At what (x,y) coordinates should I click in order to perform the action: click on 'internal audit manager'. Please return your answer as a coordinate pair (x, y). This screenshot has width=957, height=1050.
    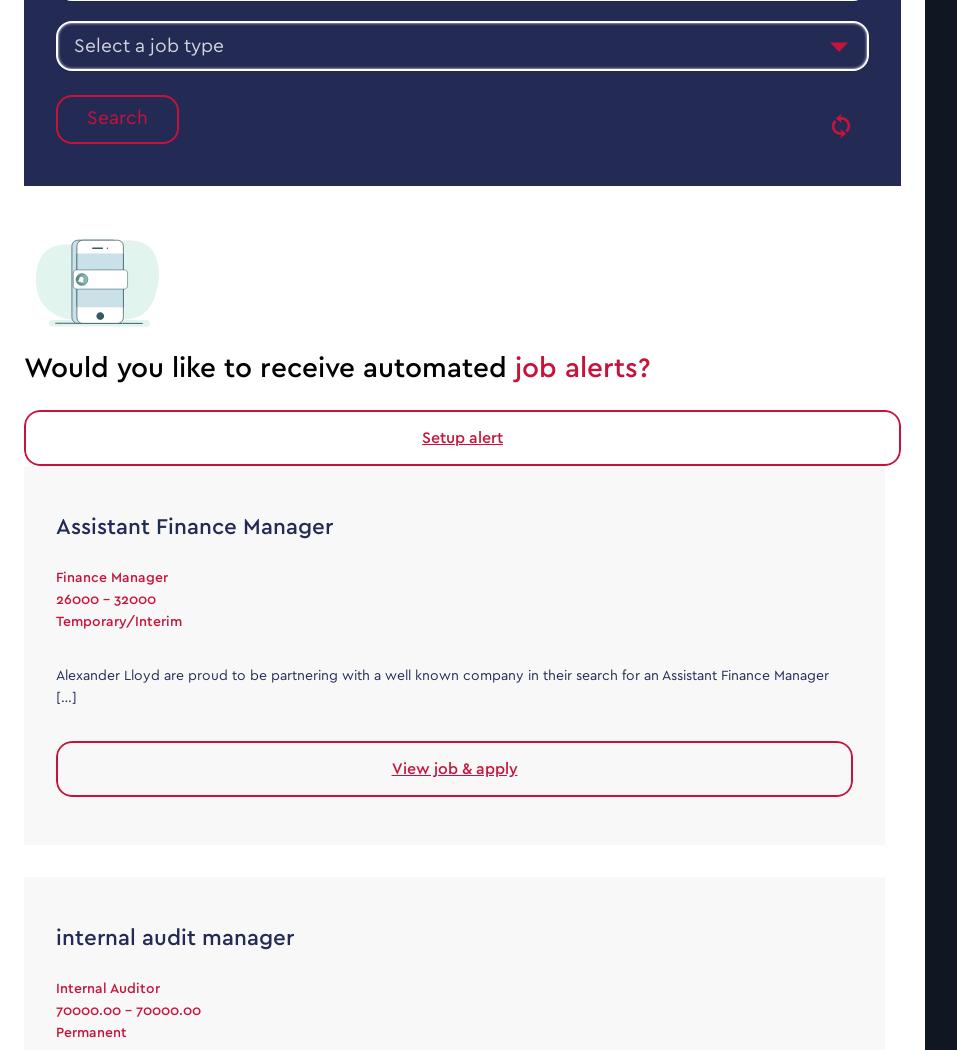
    Looking at the image, I should click on (175, 937).